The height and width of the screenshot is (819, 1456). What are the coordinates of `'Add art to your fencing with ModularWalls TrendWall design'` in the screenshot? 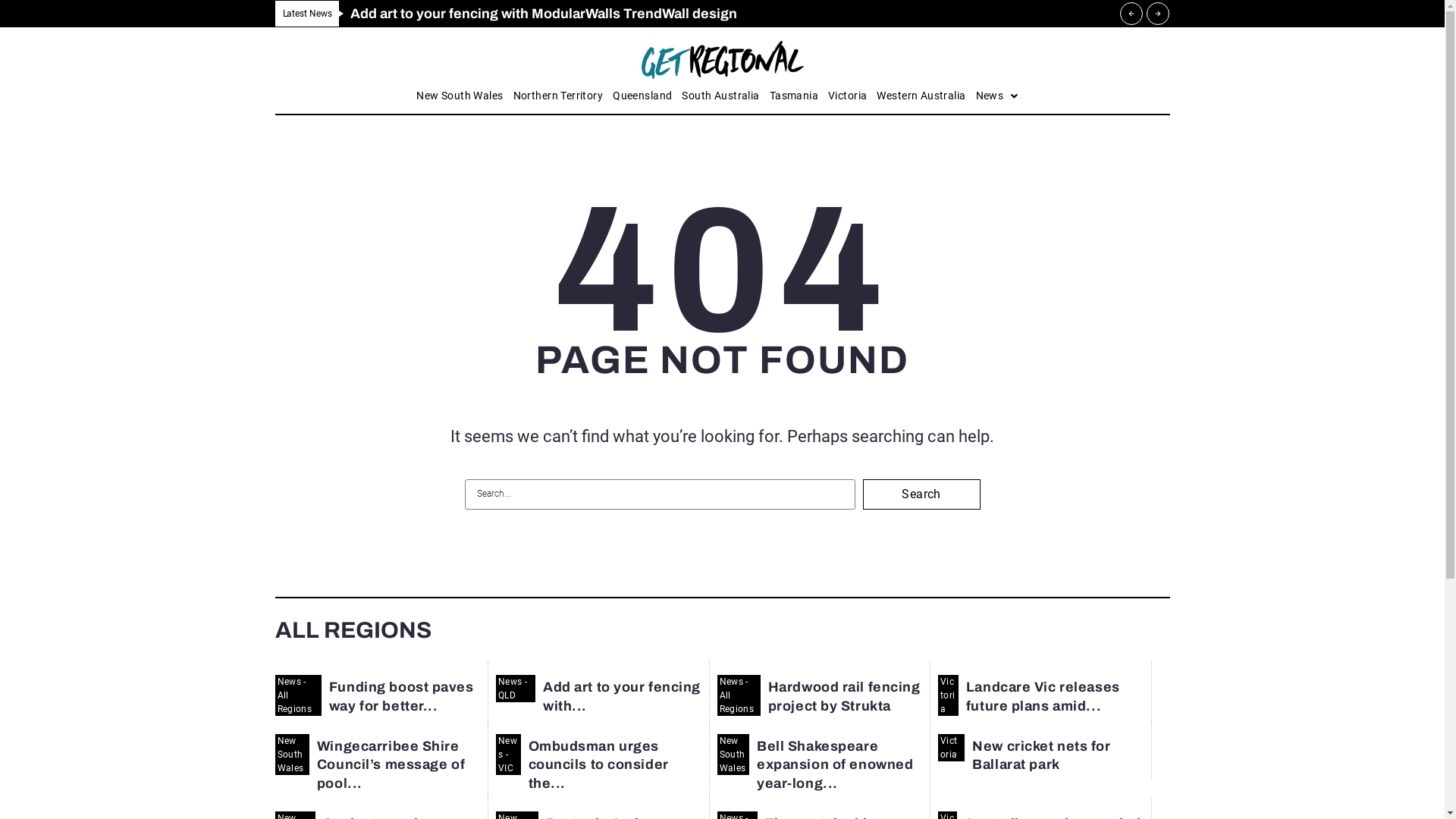 It's located at (543, 14).